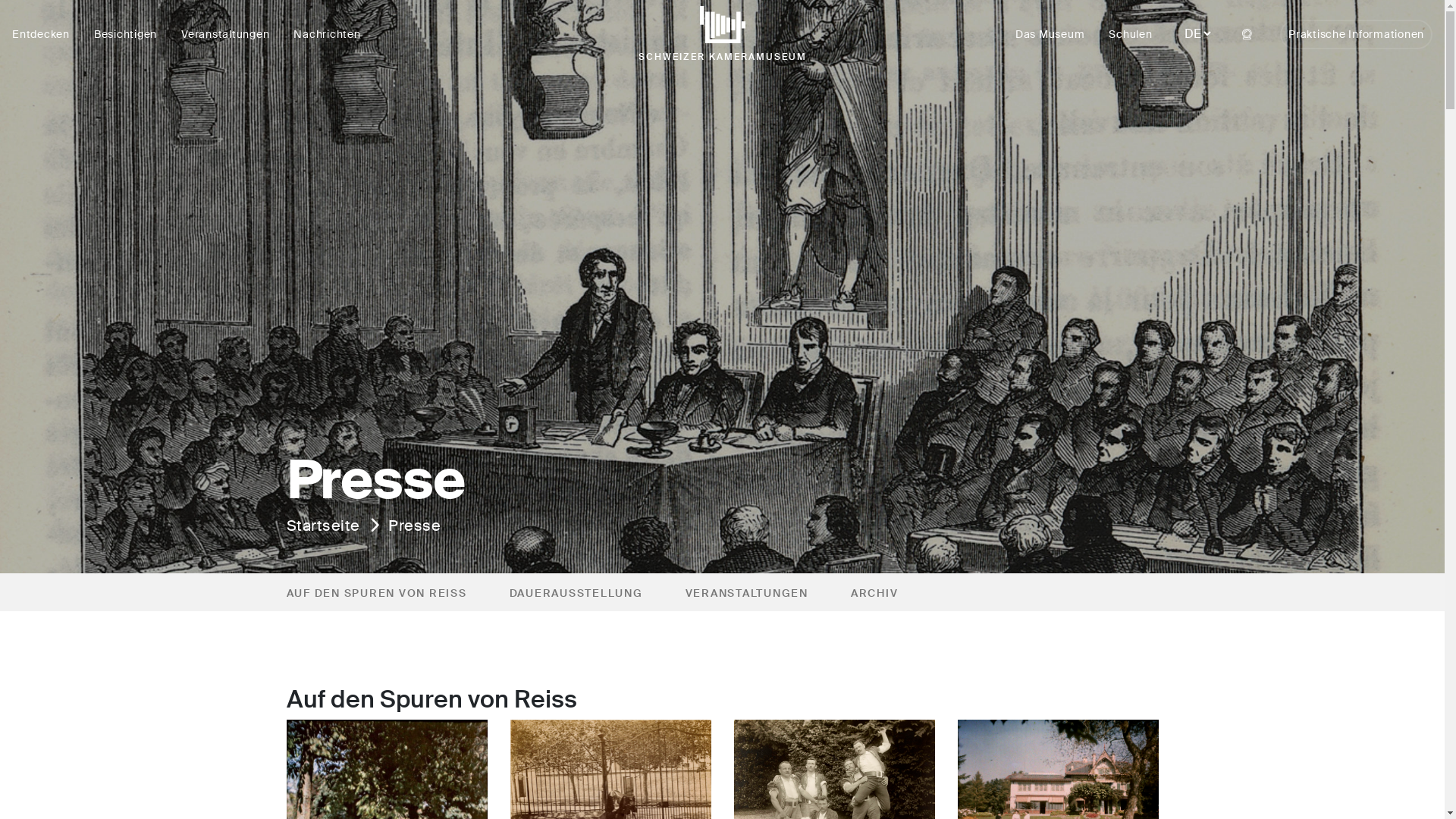  I want to click on 'Webcam', so click(1247, 34).